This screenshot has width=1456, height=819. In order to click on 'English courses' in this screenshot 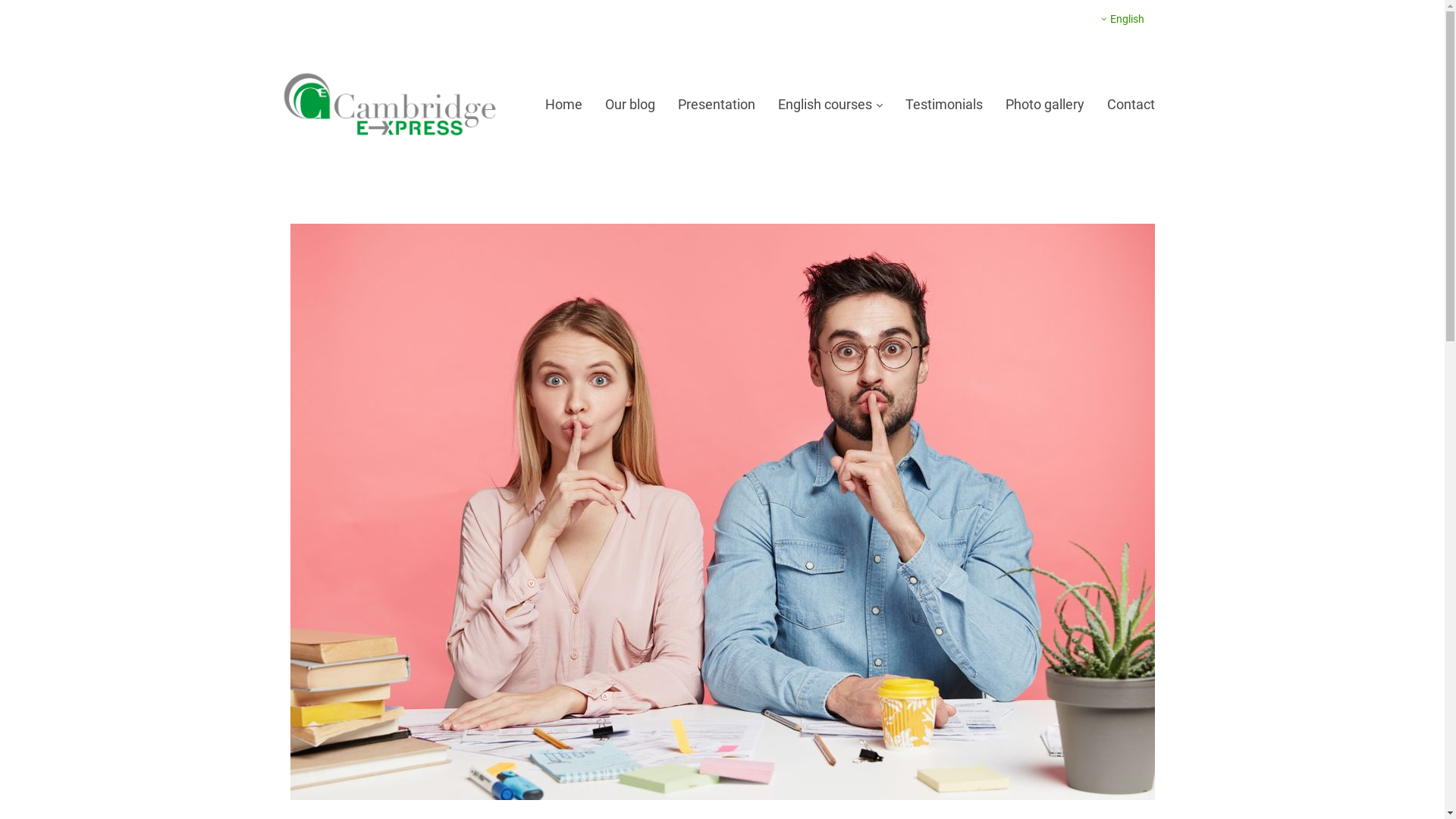, I will do `click(829, 103)`.